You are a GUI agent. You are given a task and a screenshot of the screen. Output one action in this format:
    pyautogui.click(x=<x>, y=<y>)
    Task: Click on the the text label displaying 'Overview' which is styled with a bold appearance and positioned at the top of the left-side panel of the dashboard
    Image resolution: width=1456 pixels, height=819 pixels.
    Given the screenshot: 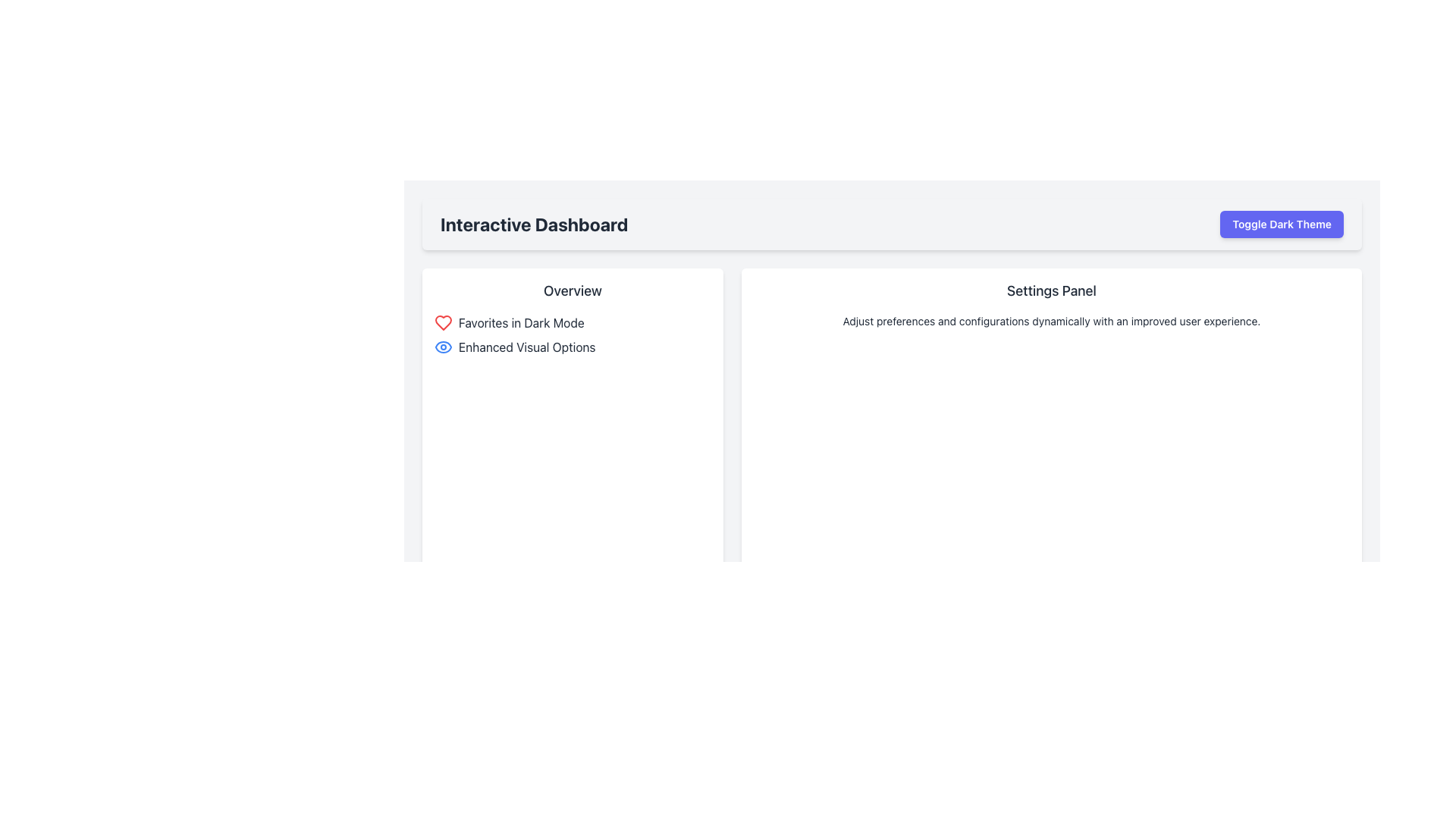 What is the action you would take?
    pyautogui.click(x=572, y=291)
    